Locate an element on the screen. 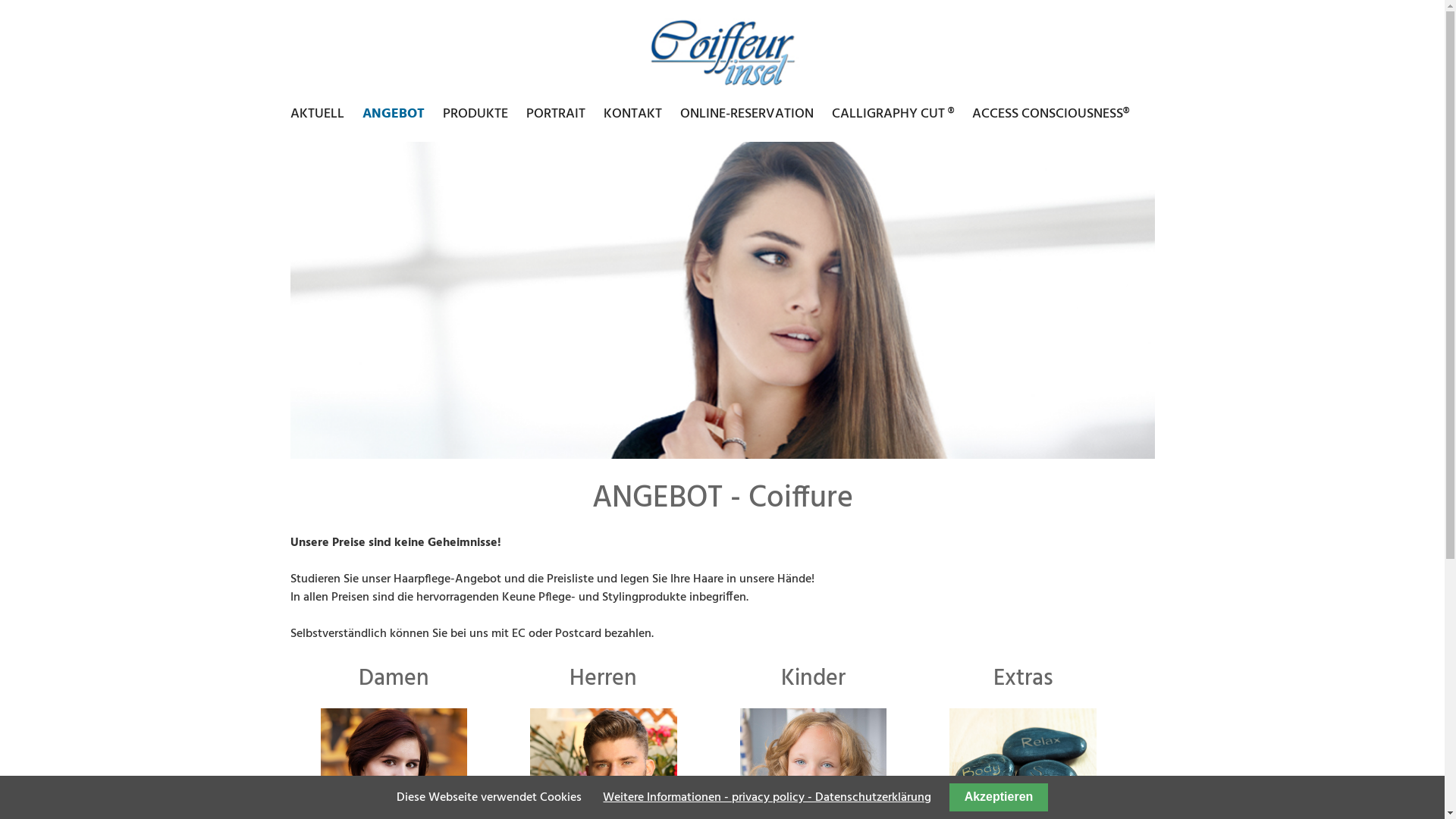  'KONTAKT' is located at coordinates (632, 113).